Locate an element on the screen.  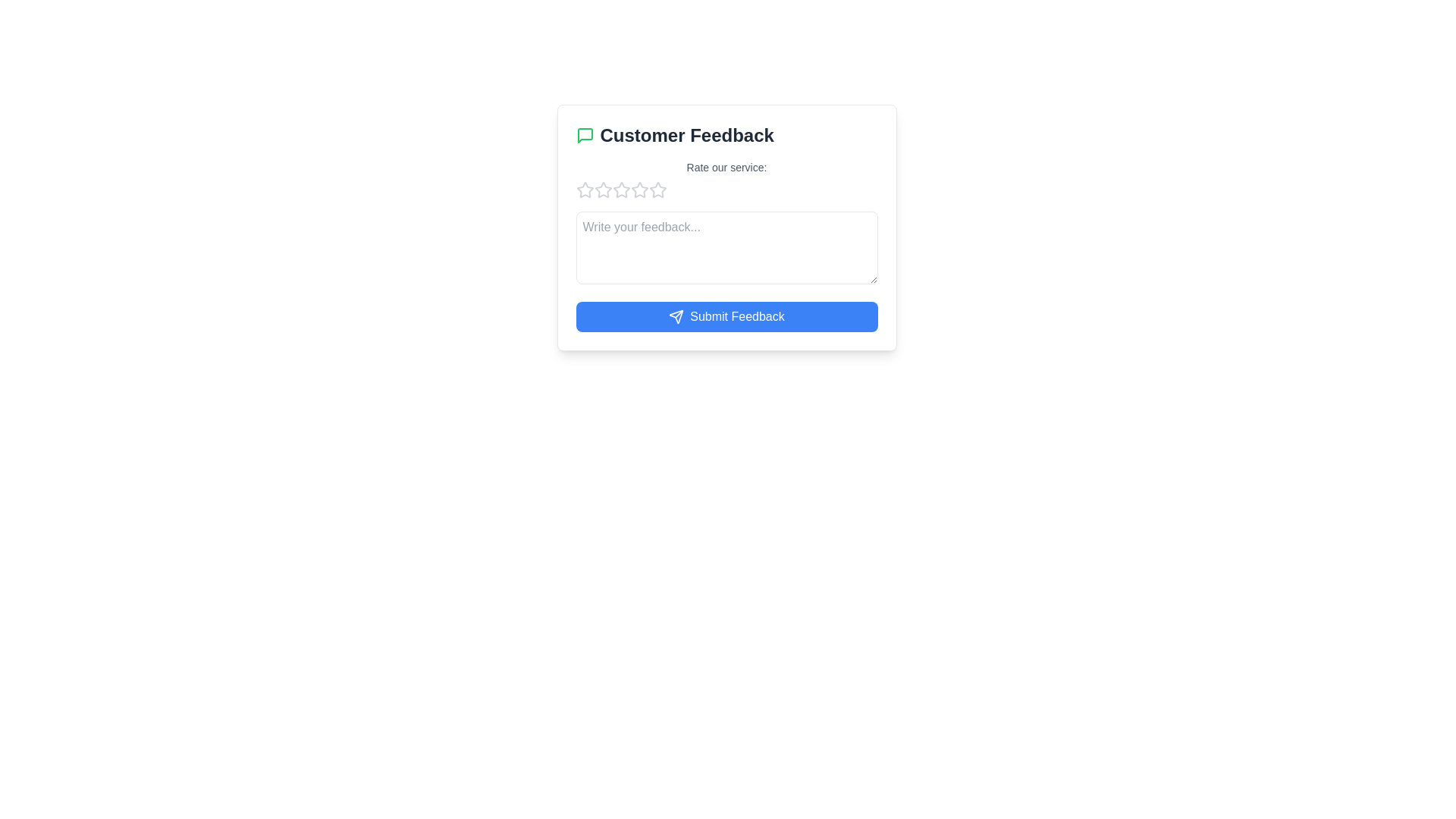
the static text label that indicates to the user they are to rate the service, positioned above the star rating interface in the feedback form is located at coordinates (726, 167).